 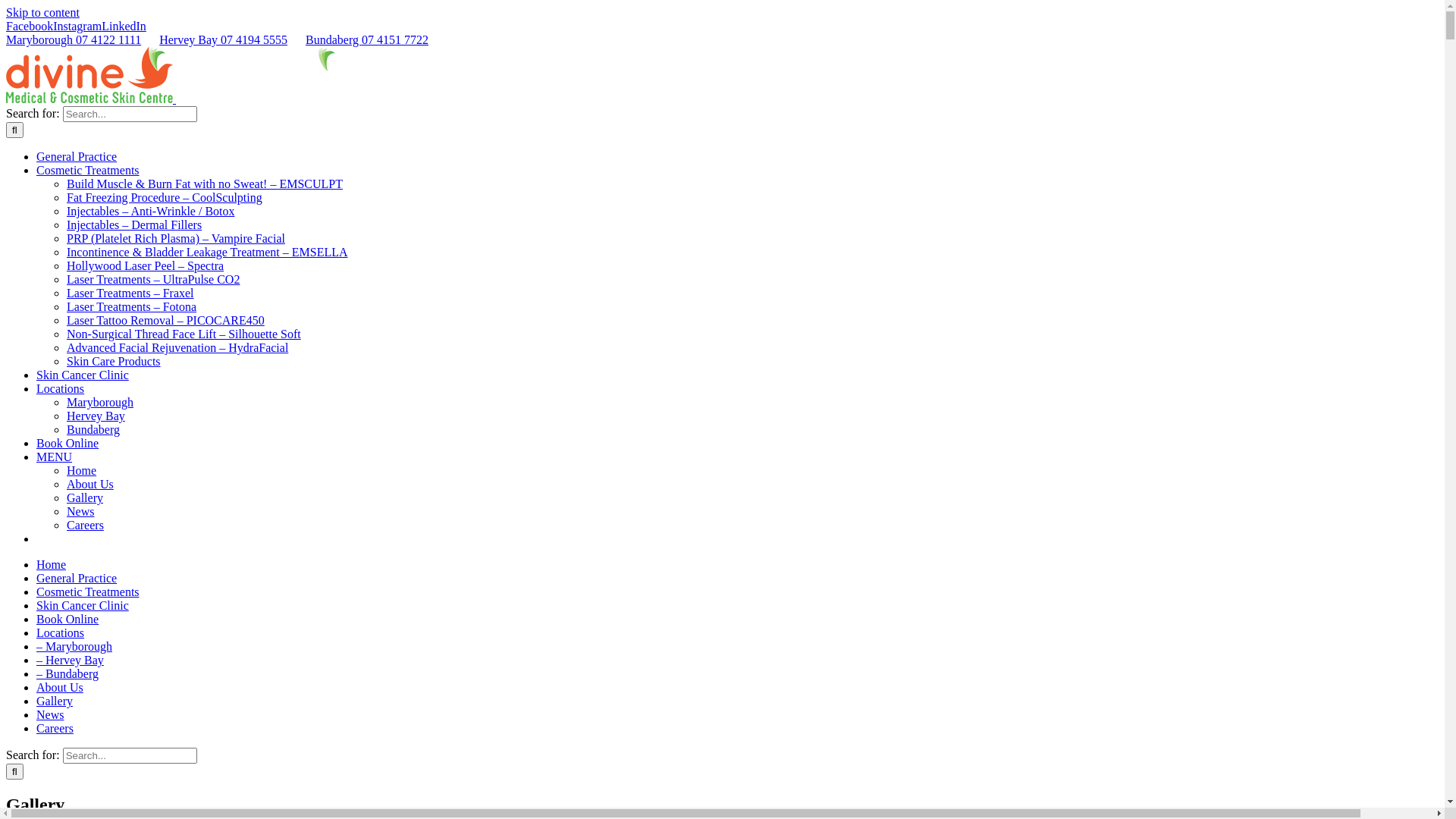 What do you see at coordinates (55, 727) in the screenshot?
I see `'Careers'` at bounding box center [55, 727].